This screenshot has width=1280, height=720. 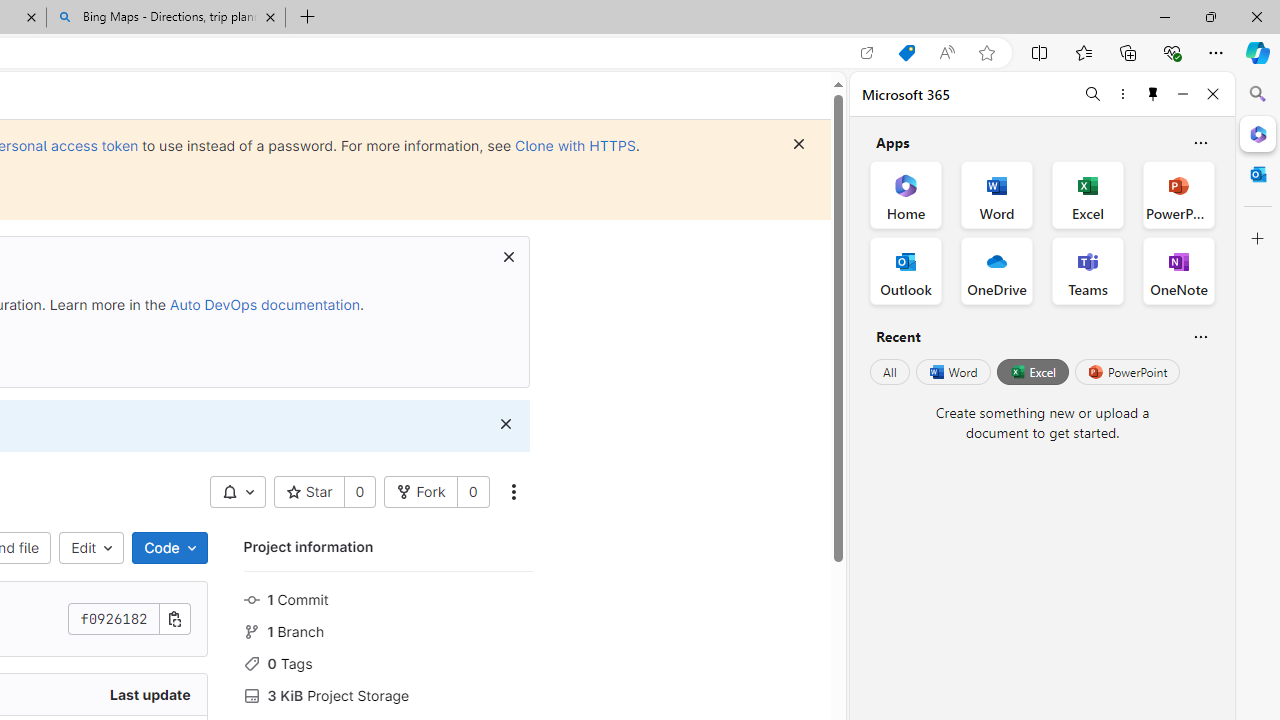 What do you see at coordinates (505, 423) in the screenshot?
I see `'Dismiss'` at bounding box center [505, 423].